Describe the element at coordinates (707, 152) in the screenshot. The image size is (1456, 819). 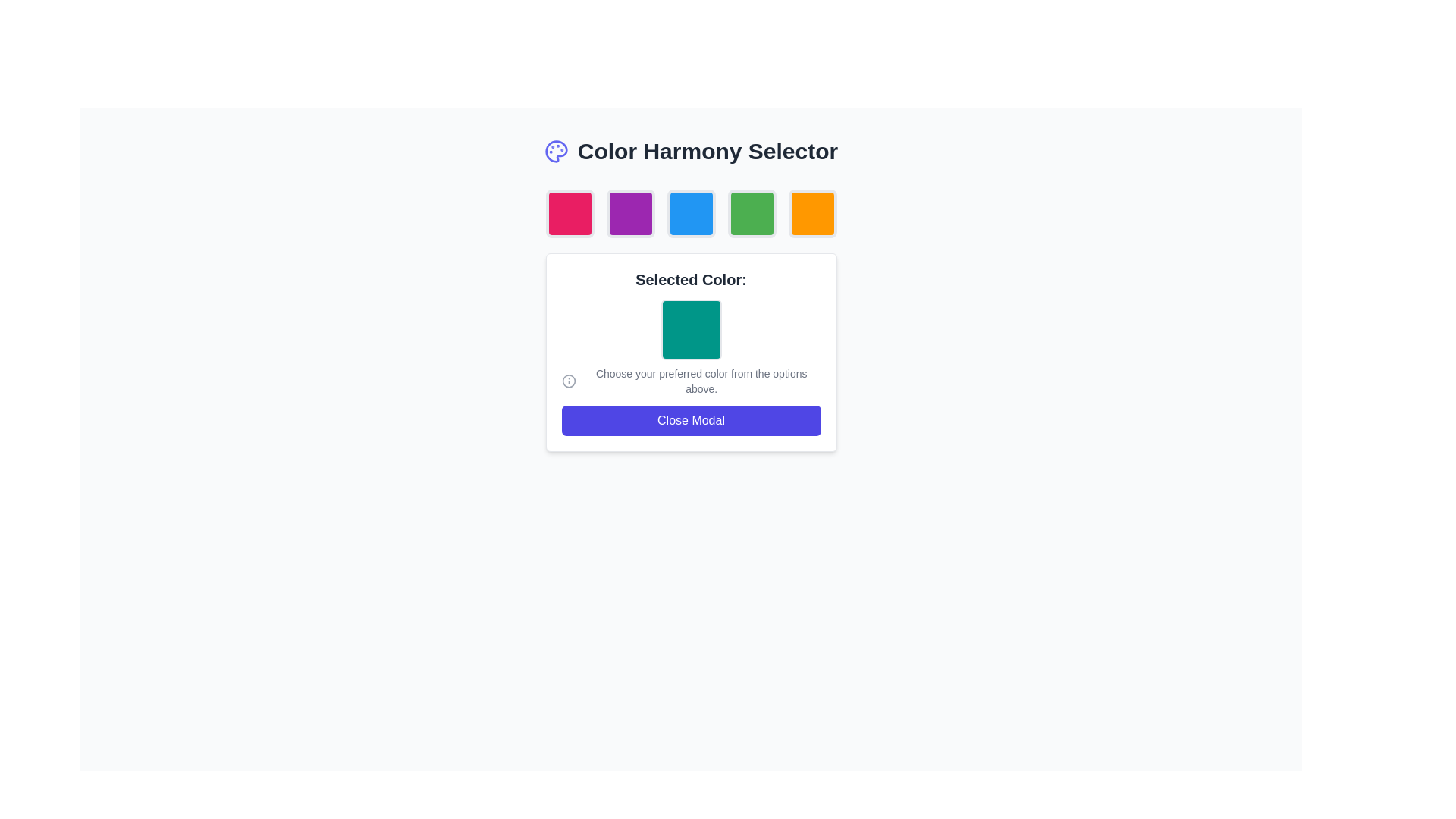
I see `bold title text 'Color Harmony Selector' located at the top-center of the interface, following the palette icon` at that location.